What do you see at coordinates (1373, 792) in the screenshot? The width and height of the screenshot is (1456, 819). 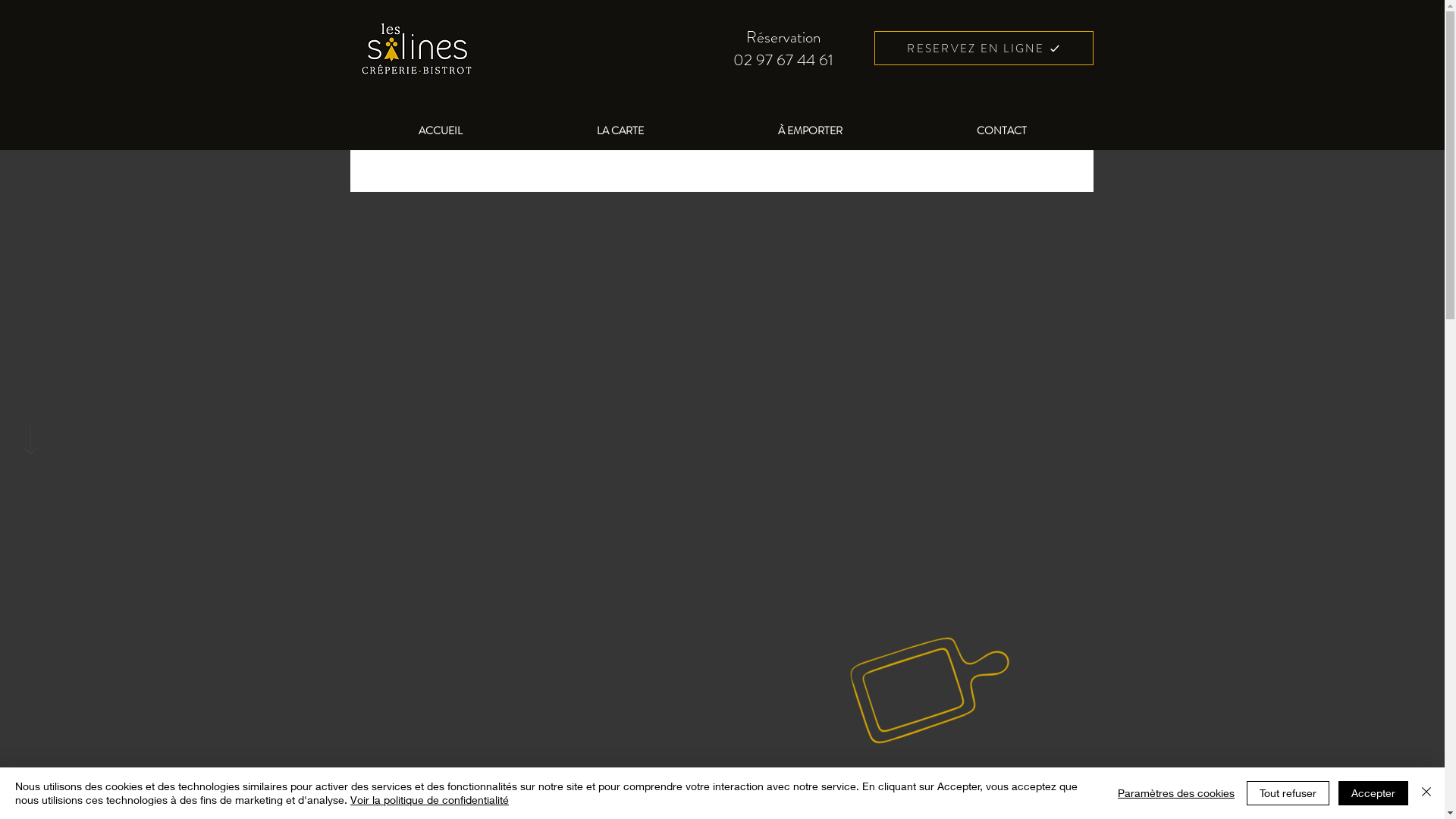 I see `'Accepter'` at bounding box center [1373, 792].